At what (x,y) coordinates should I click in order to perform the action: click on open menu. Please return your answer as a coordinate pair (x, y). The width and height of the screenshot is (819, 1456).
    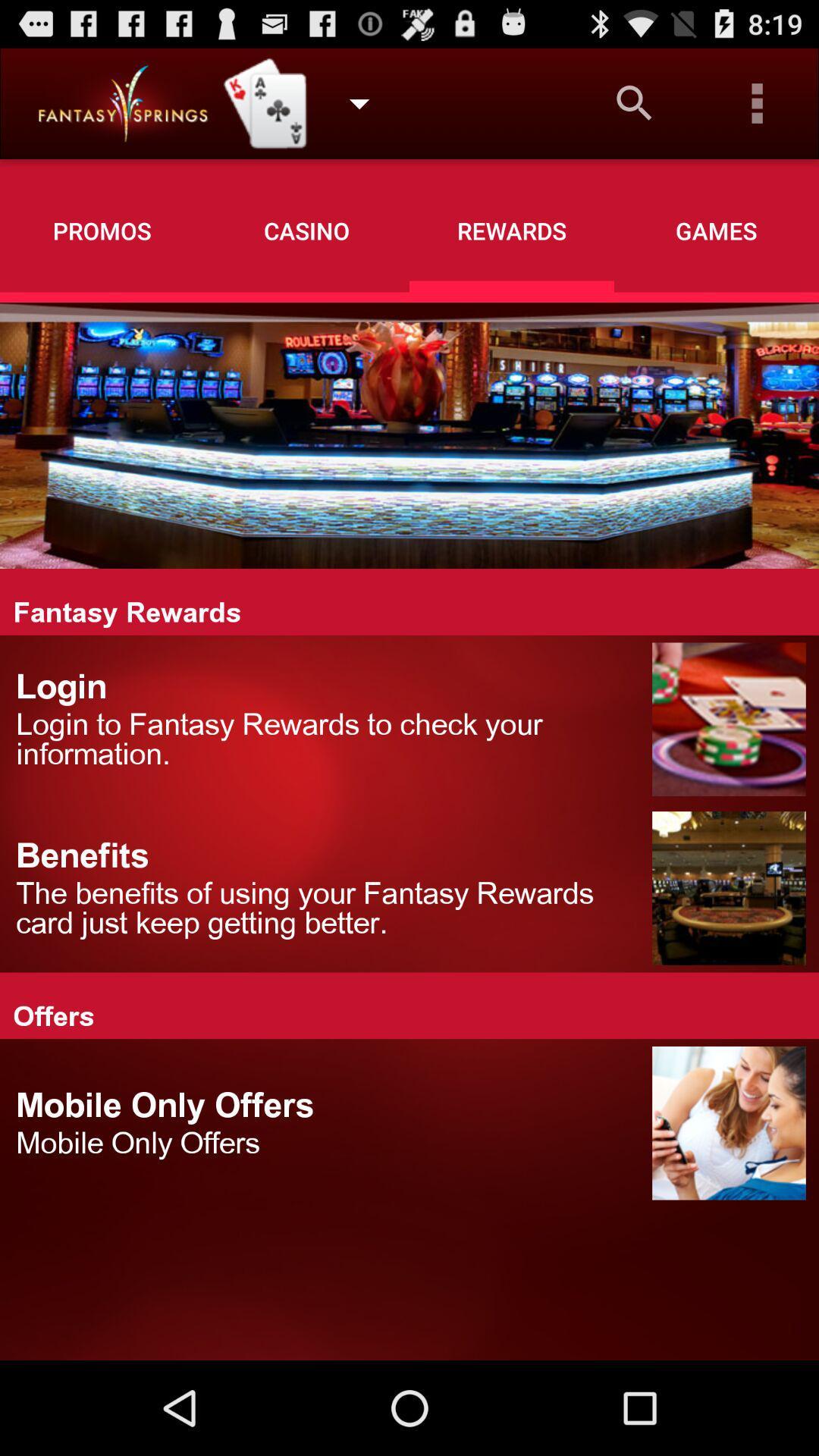
    Looking at the image, I should click on (758, 102).